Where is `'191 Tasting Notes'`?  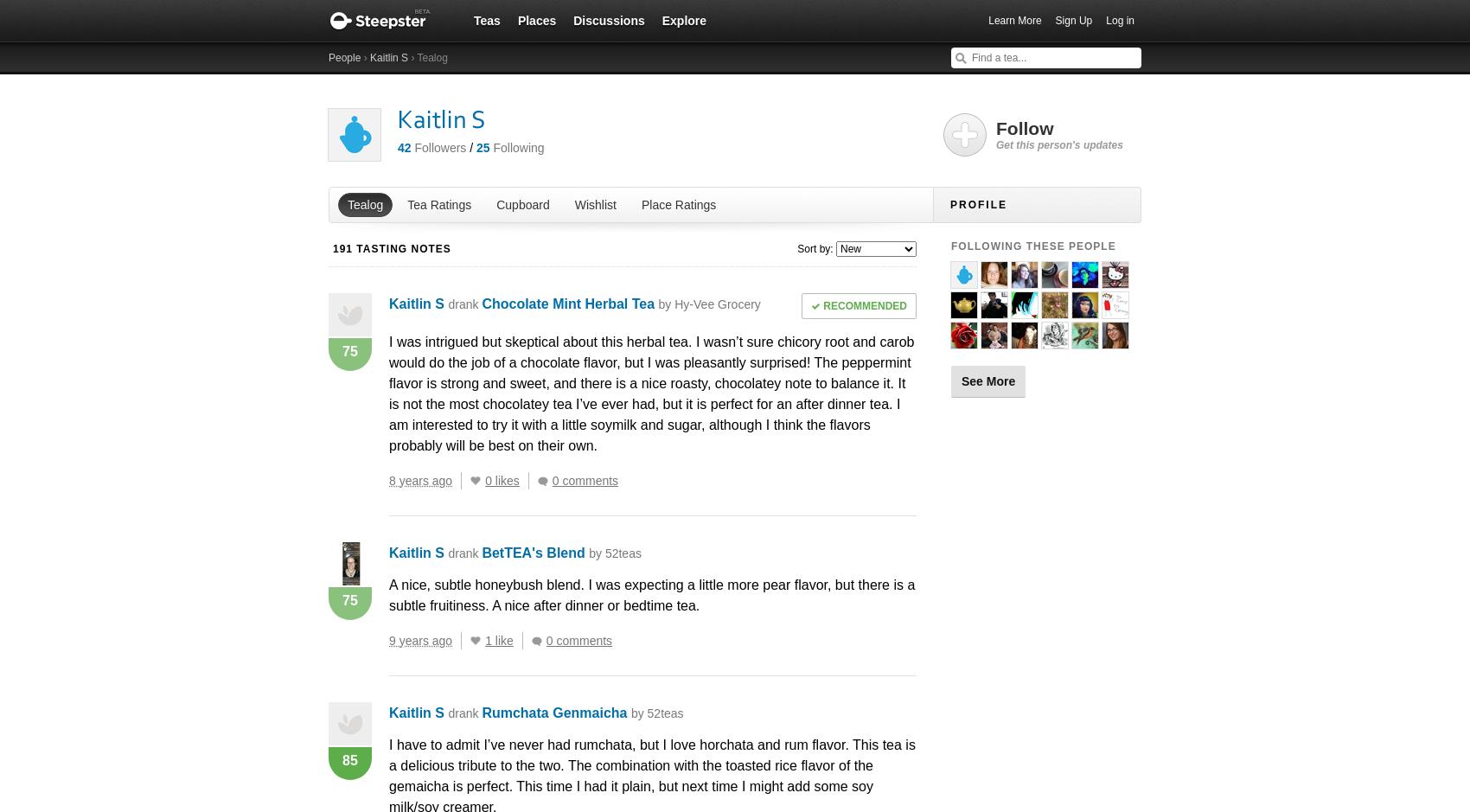 '191 Tasting Notes' is located at coordinates (392, 247).